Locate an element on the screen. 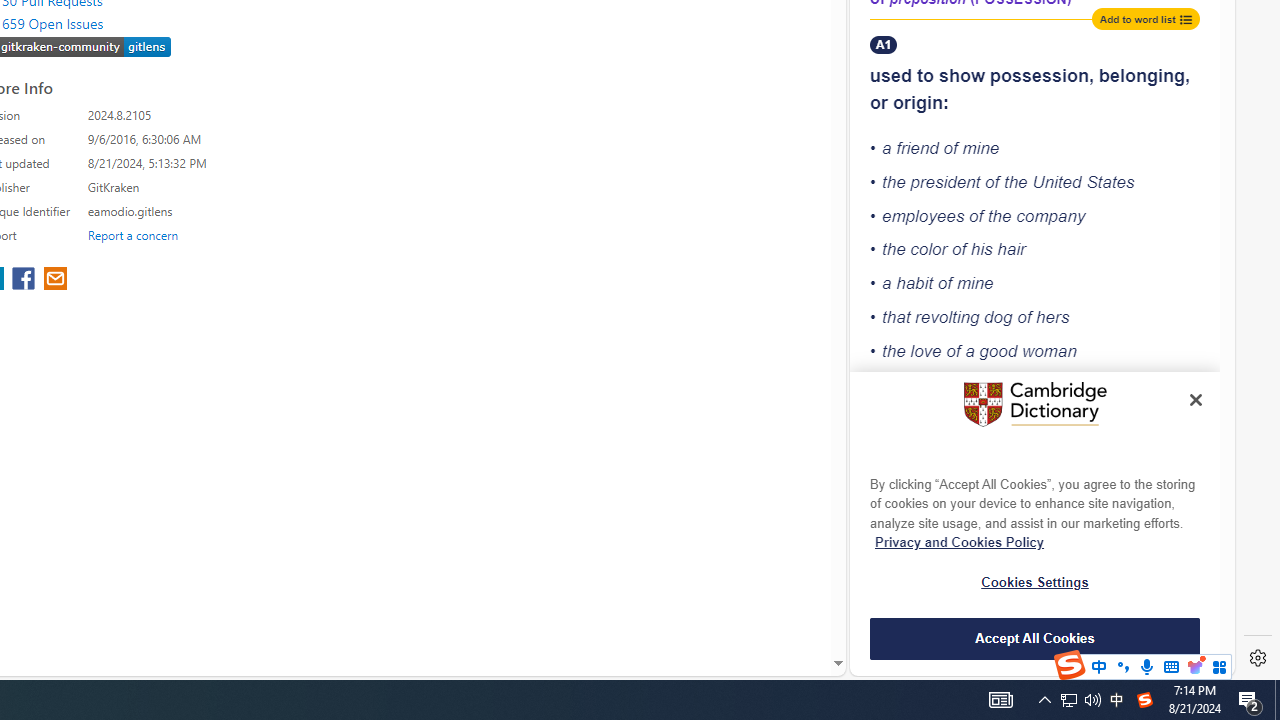  'president' is located at coordinates (944, 182).